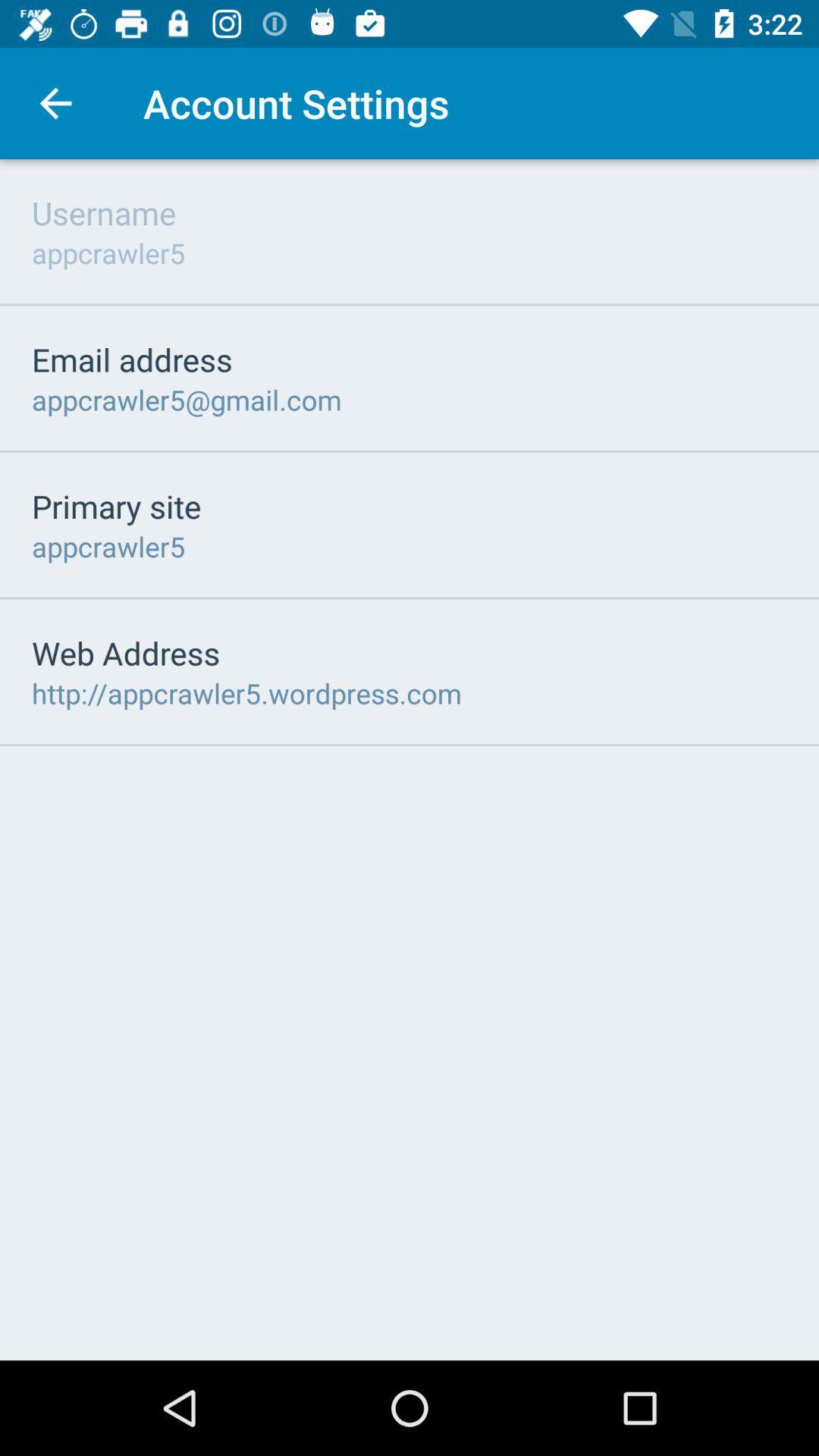 The image size is (819, 1456). I want to click on the primary site, so click(115, 506).